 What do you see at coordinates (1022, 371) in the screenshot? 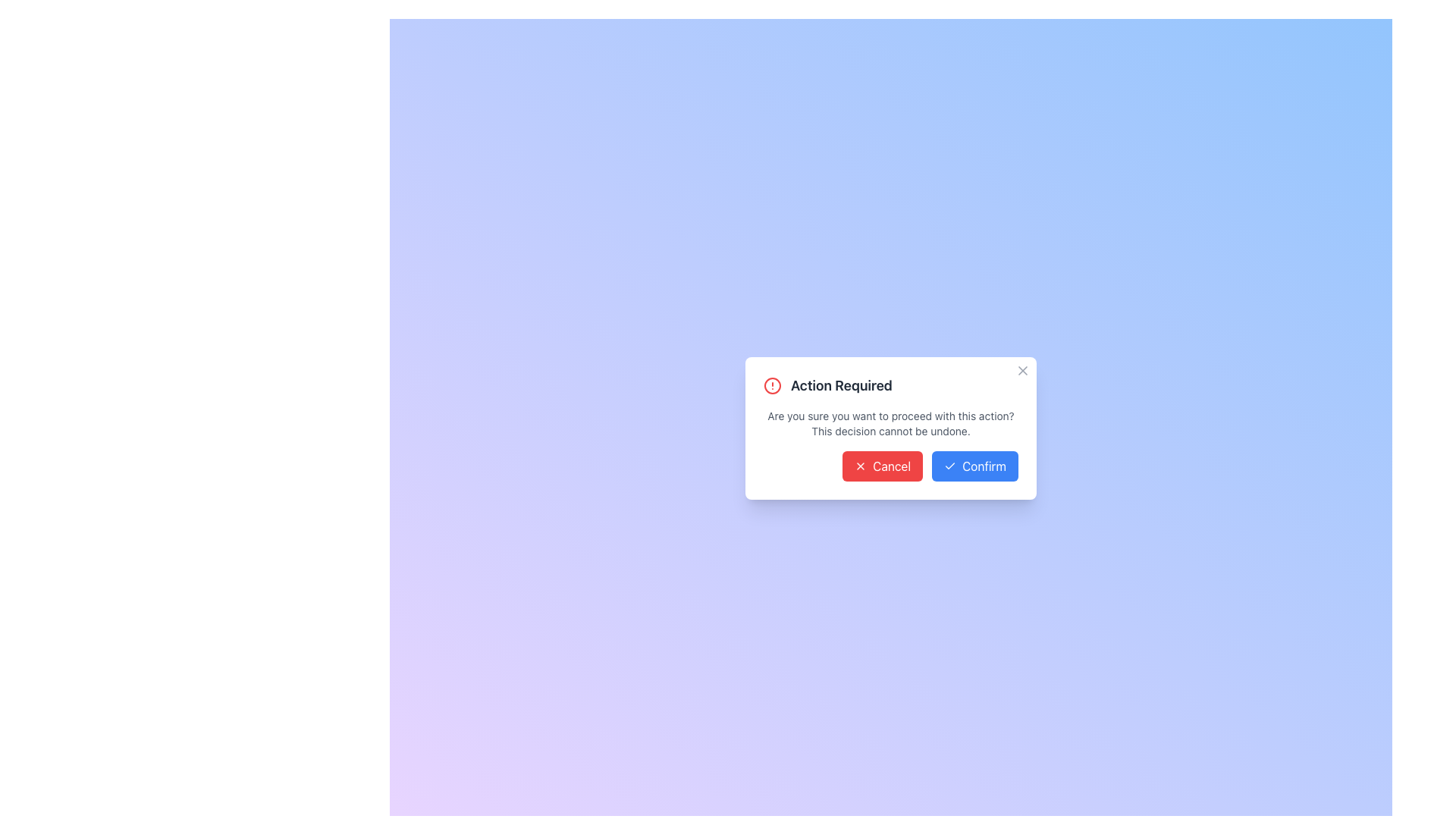
I see `the close button located at the top-right corner of the modal dialog` at bounding box center [1022, 371].